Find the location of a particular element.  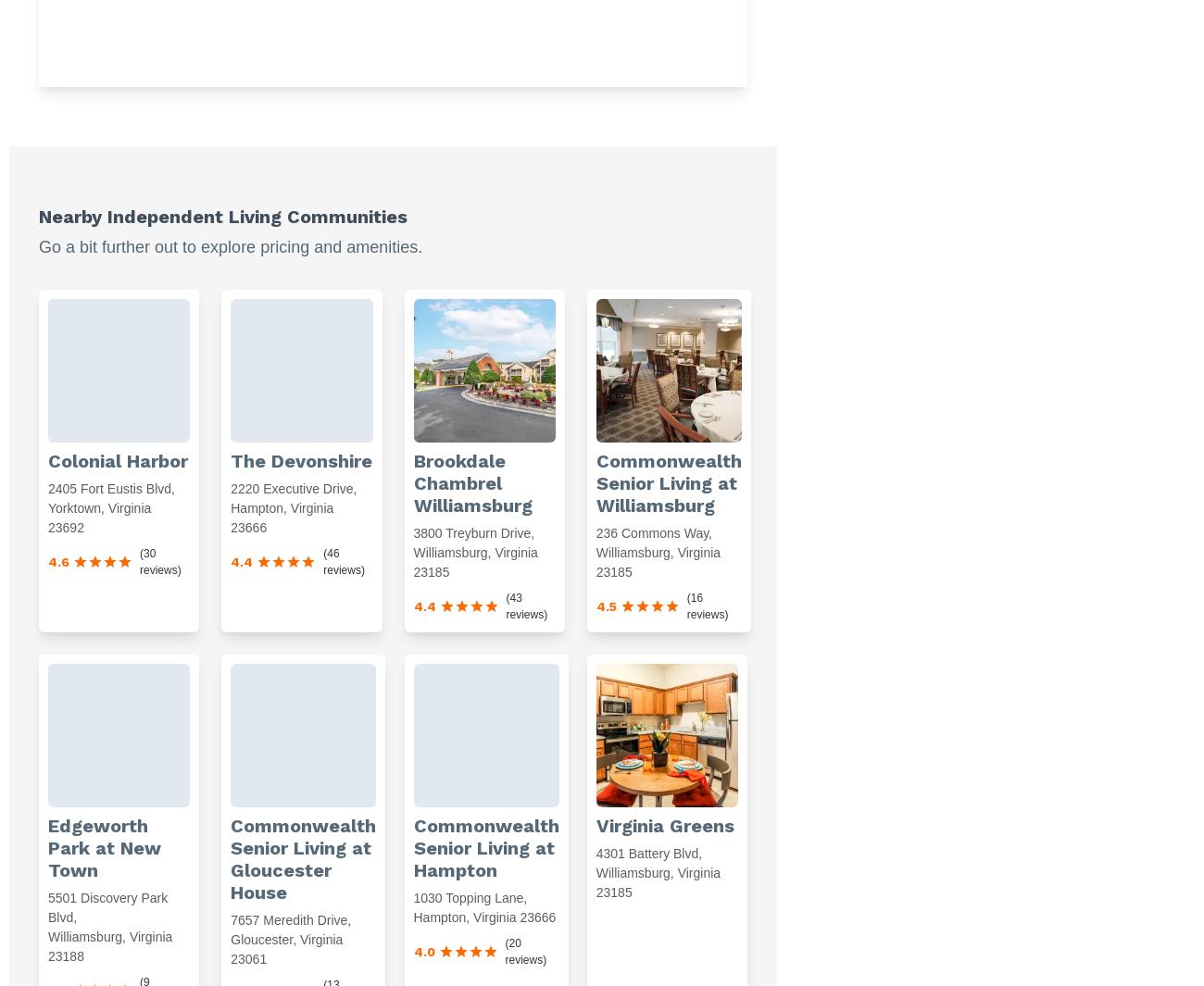

'3800 Treyburn Drive,' is located at coordinates (473, 532).